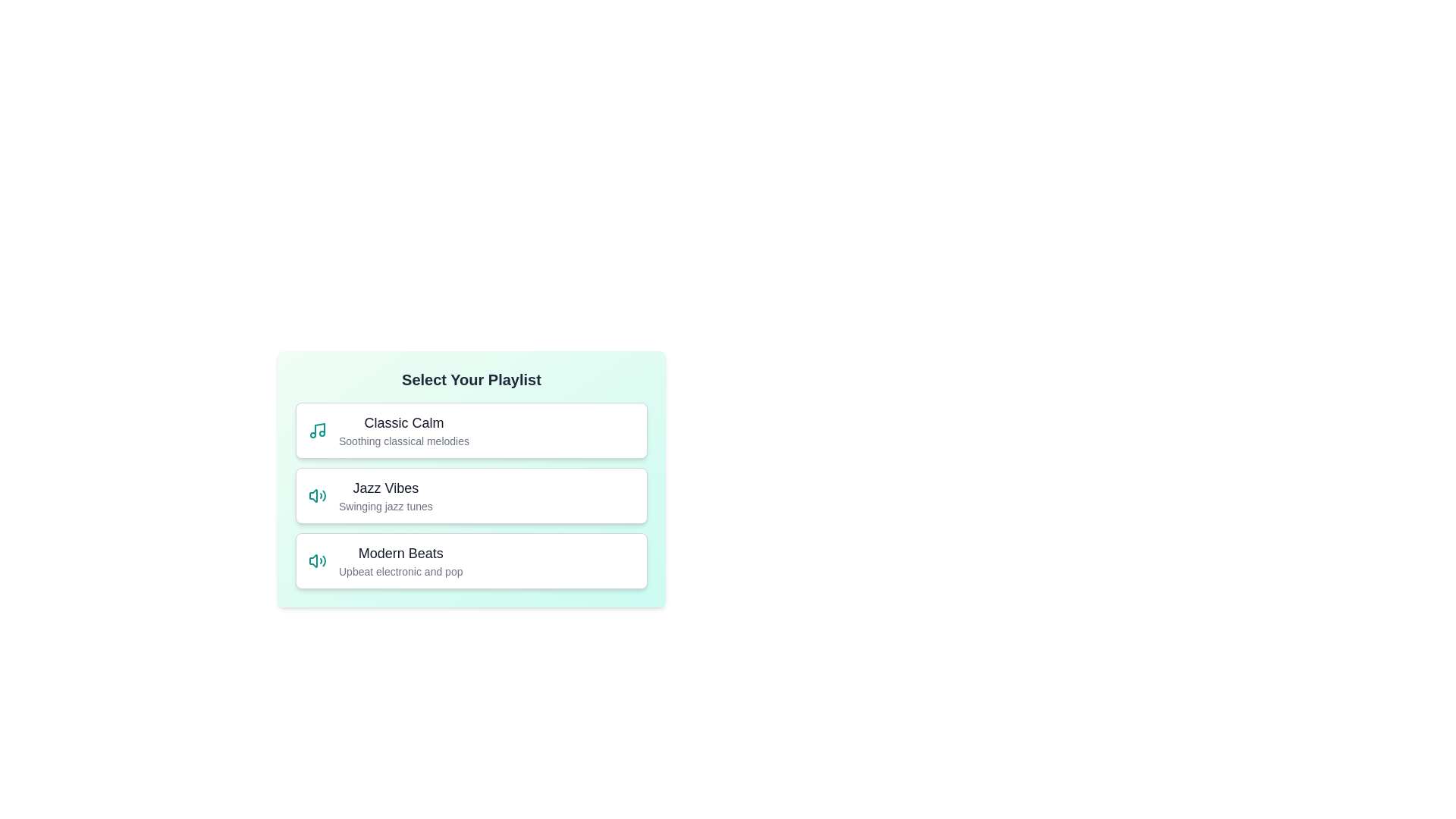 The image size is (1456, 819). Describe the element at coordinates (385, 506) in the screenshot. I see `the static text element that says 'Swinging jazz tunes', which is styled with a smaller gray font and located directly below the bold text 'Jazz Vibes'` at that location.